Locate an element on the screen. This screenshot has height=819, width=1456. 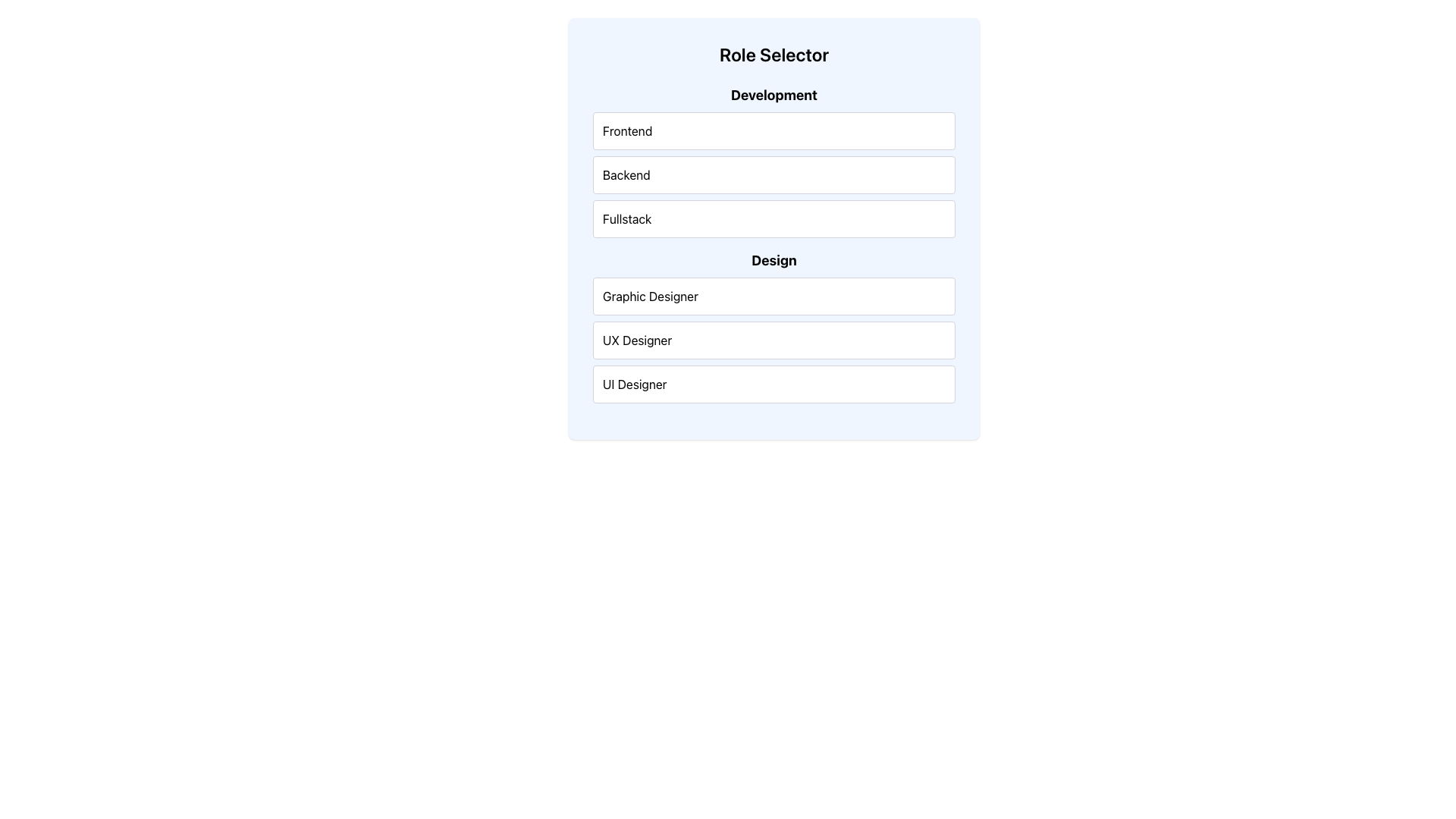
the 'Backend' button, which is the second button in the 'Development' section is located at coordinates (774, 174).